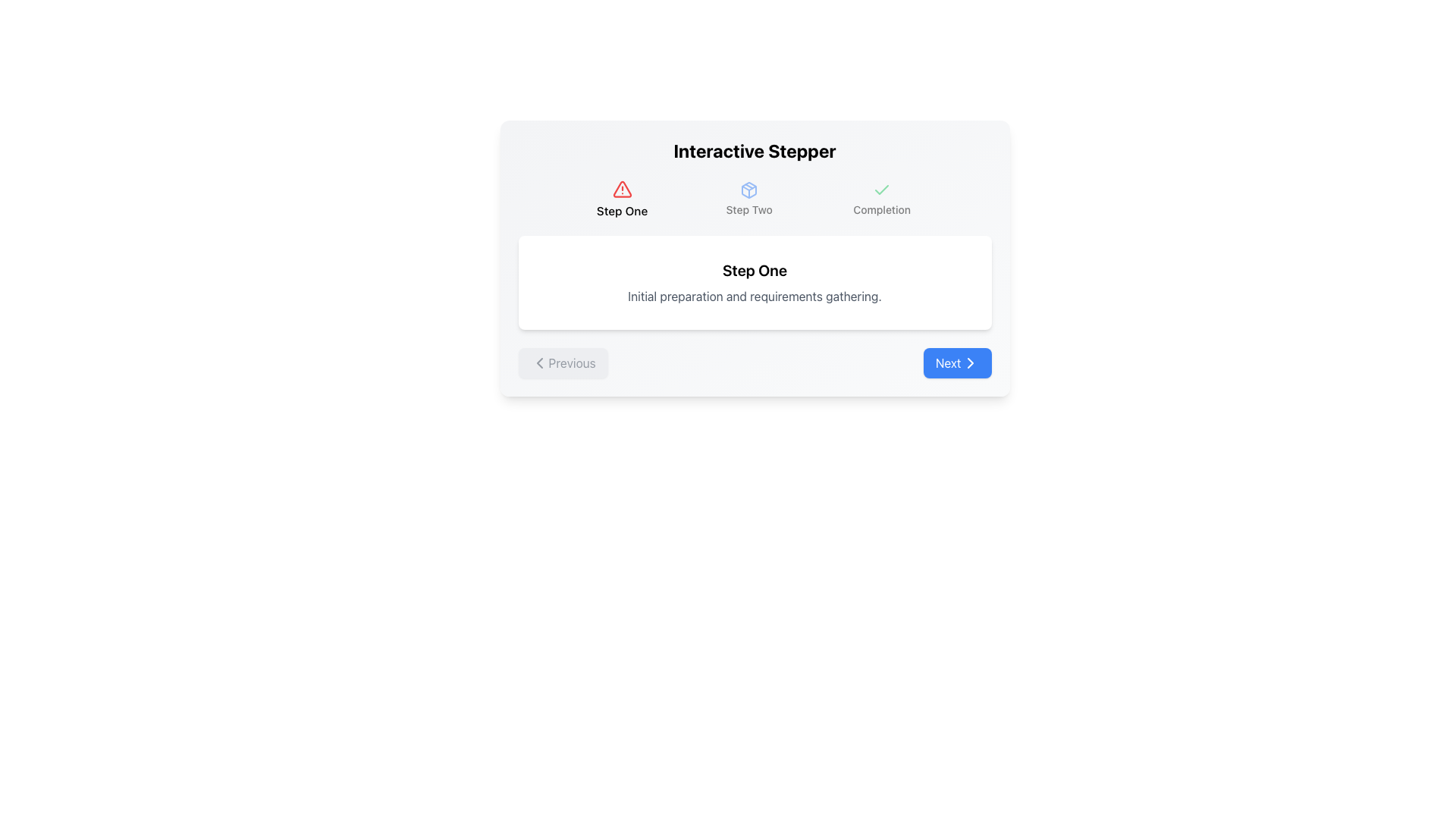 The height and width of the screenshot is (819, 1456). What do you see at coordinates (969, 362) in the screenshot?
I see `the chevron SVG icon within the 'Next' button located in the lower-right corner of the interface` at bounding box center [969, 362].